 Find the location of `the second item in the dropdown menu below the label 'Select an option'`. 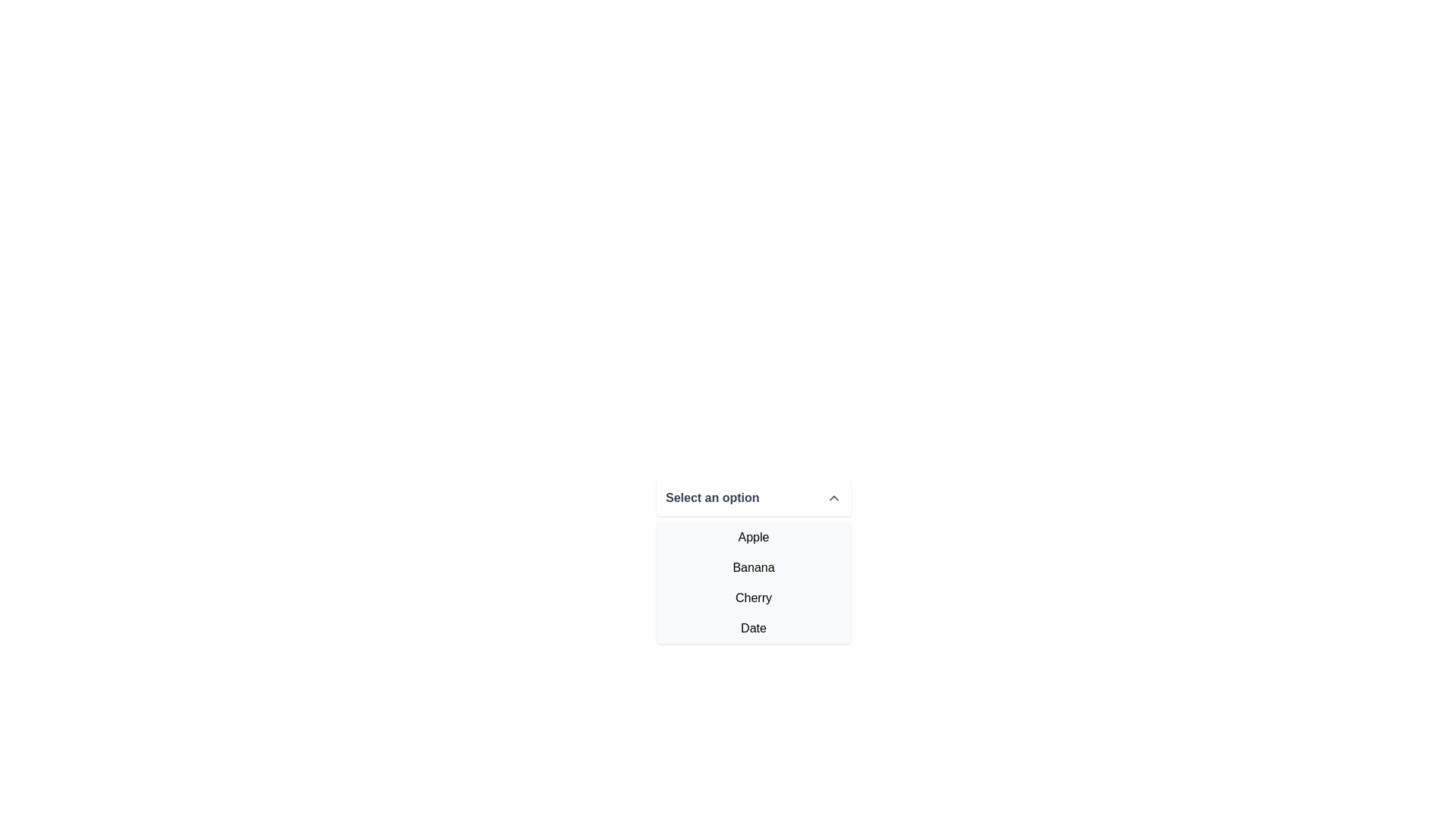

the second item in the dropdown menu below the label 'Select an option' is located at coordinates (753, 567).